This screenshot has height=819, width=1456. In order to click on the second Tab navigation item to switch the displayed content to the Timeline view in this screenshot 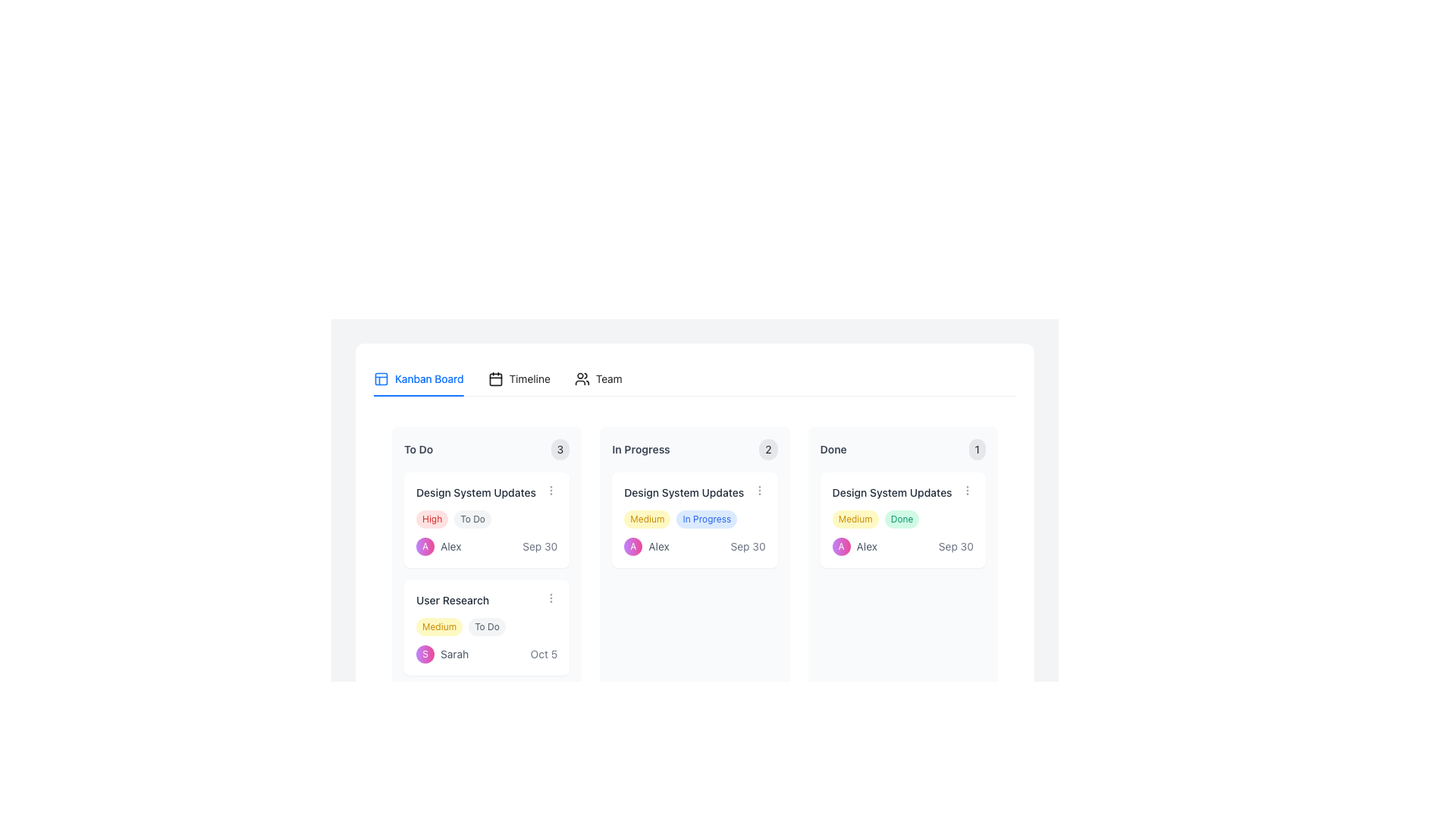, I will do `click(519, 378)`.